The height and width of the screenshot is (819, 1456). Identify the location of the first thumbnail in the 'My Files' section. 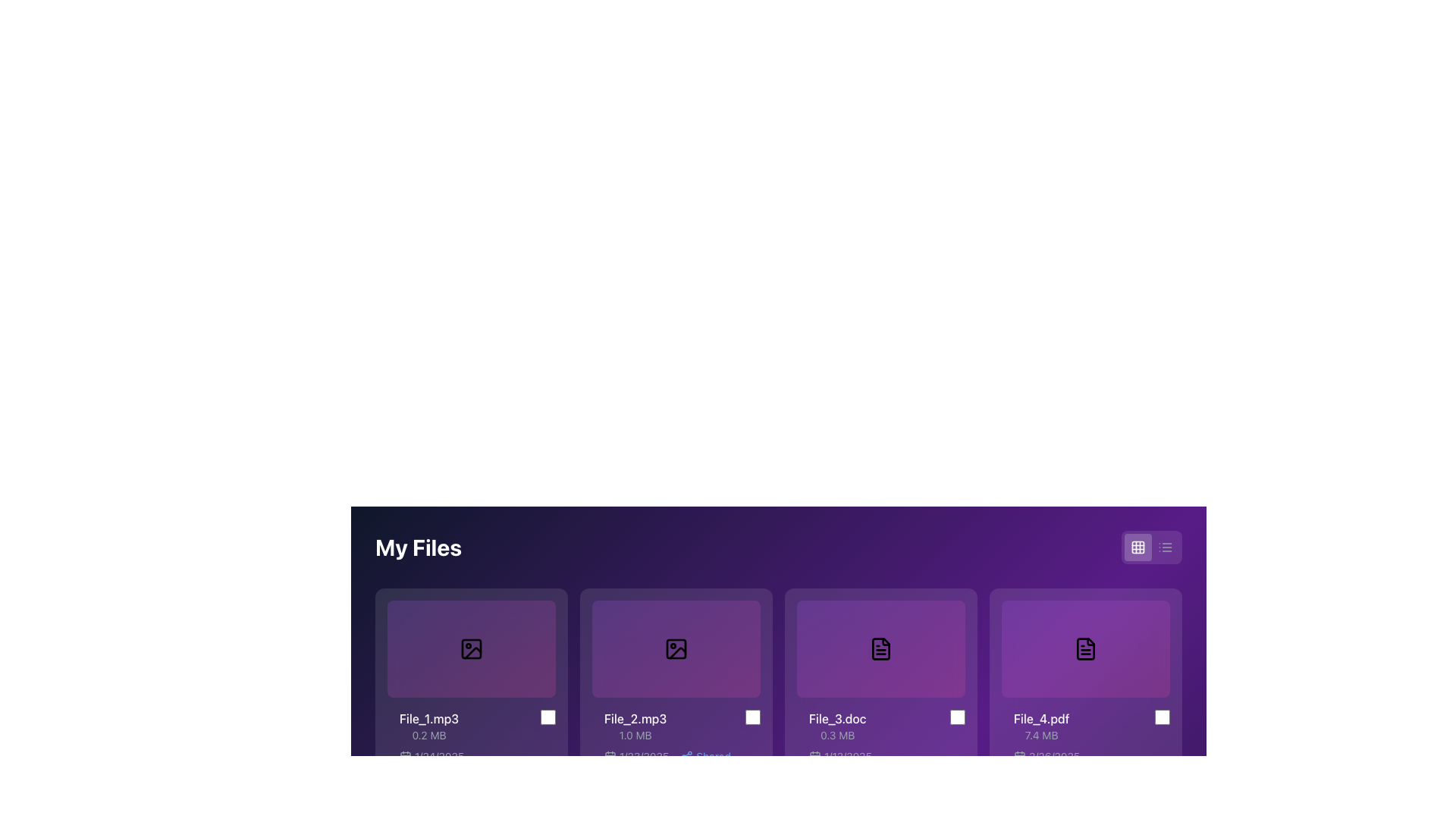
(471, 648).